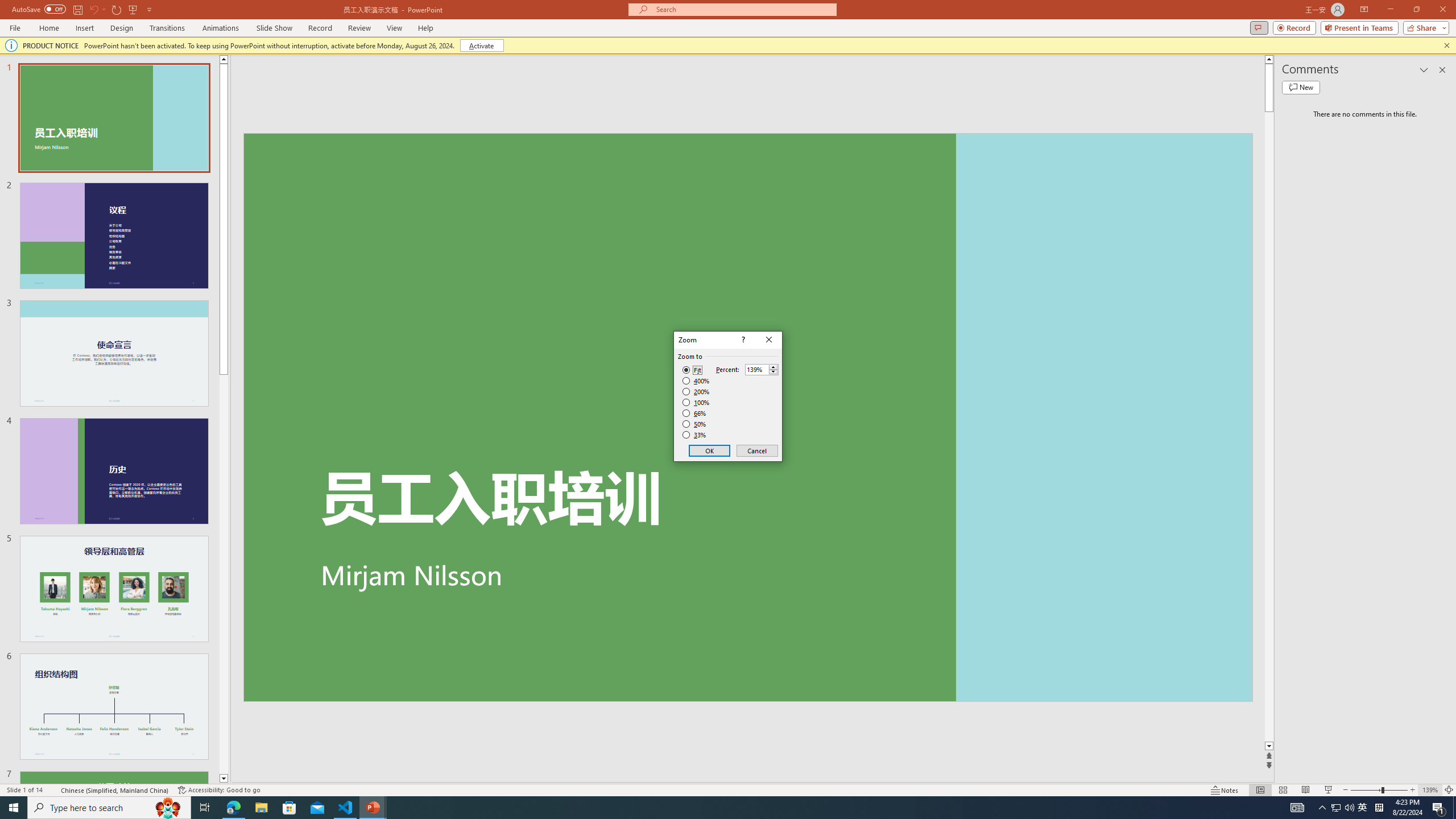 The width and height of the screenshot is (1456, 819). What do you see at coordinates (1423, 69) in the screenshot?
I see `'Task Pane Options'` at bounding box center [1423, 69].